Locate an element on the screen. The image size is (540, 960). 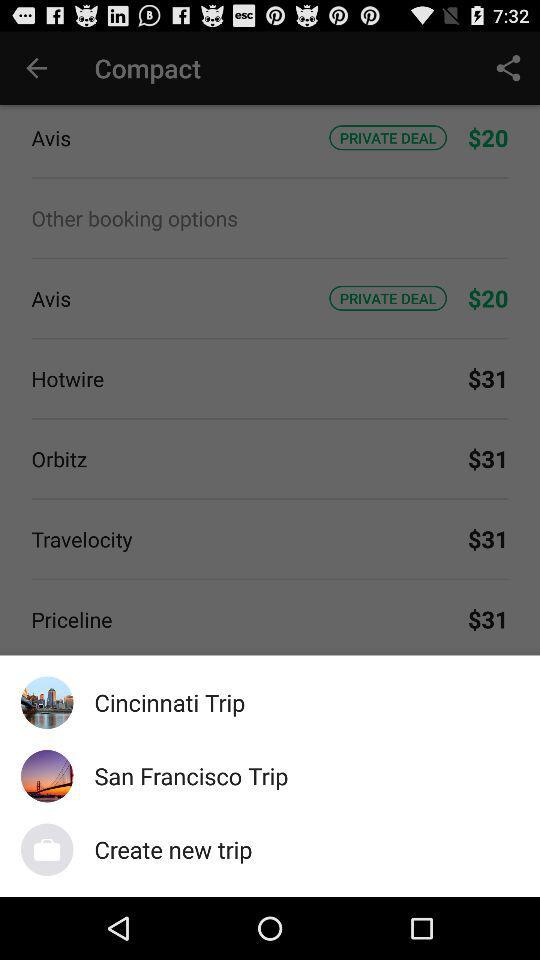
icon at the center is located at coordinates (270, 464).